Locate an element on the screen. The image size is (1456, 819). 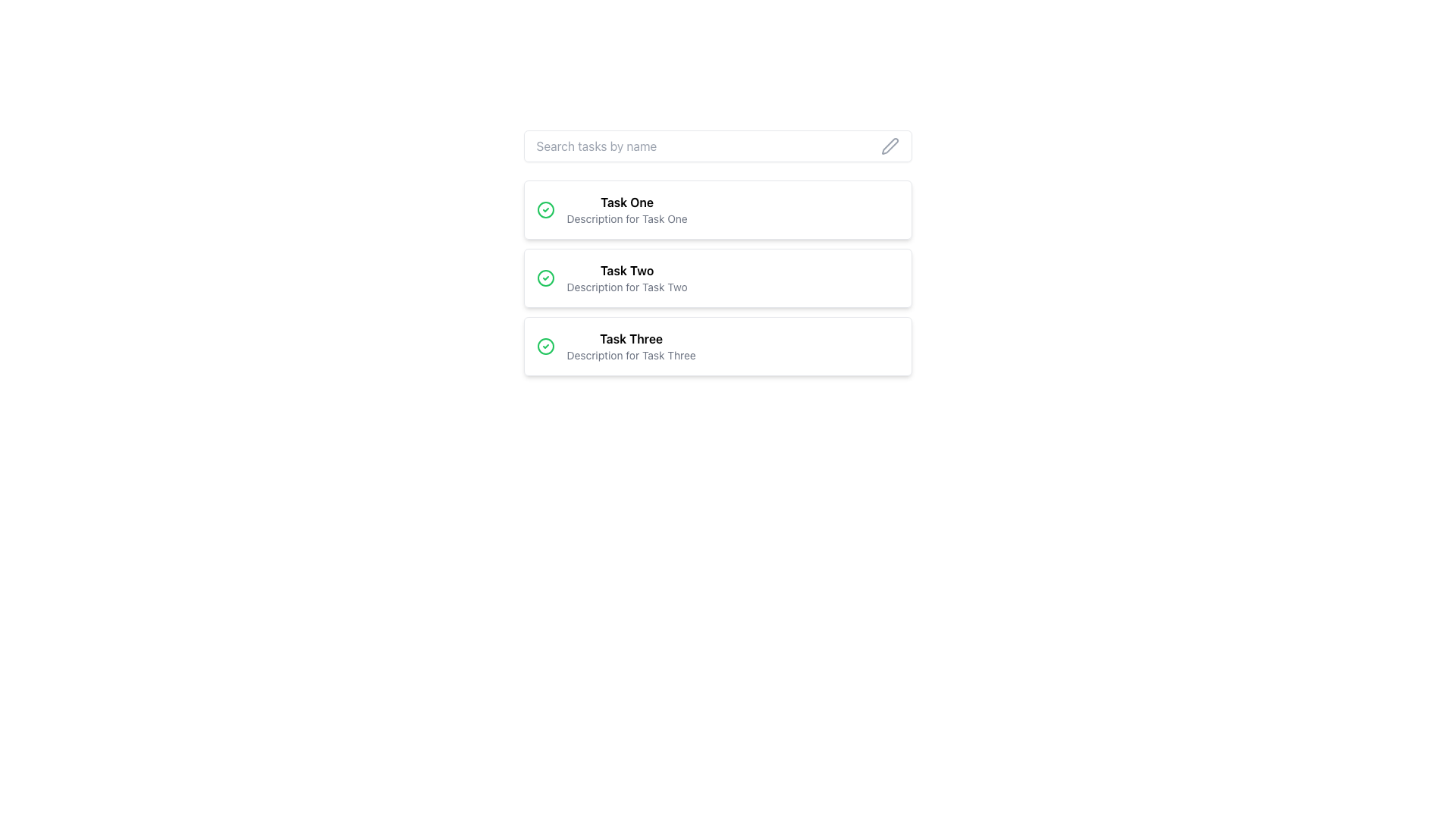
the Text Block representing a task item, which is centrally positioned below 'Task One' and above 'Task Three', featuring a green circle with a checkmark icon to its left is located at coordinates (627, 278).